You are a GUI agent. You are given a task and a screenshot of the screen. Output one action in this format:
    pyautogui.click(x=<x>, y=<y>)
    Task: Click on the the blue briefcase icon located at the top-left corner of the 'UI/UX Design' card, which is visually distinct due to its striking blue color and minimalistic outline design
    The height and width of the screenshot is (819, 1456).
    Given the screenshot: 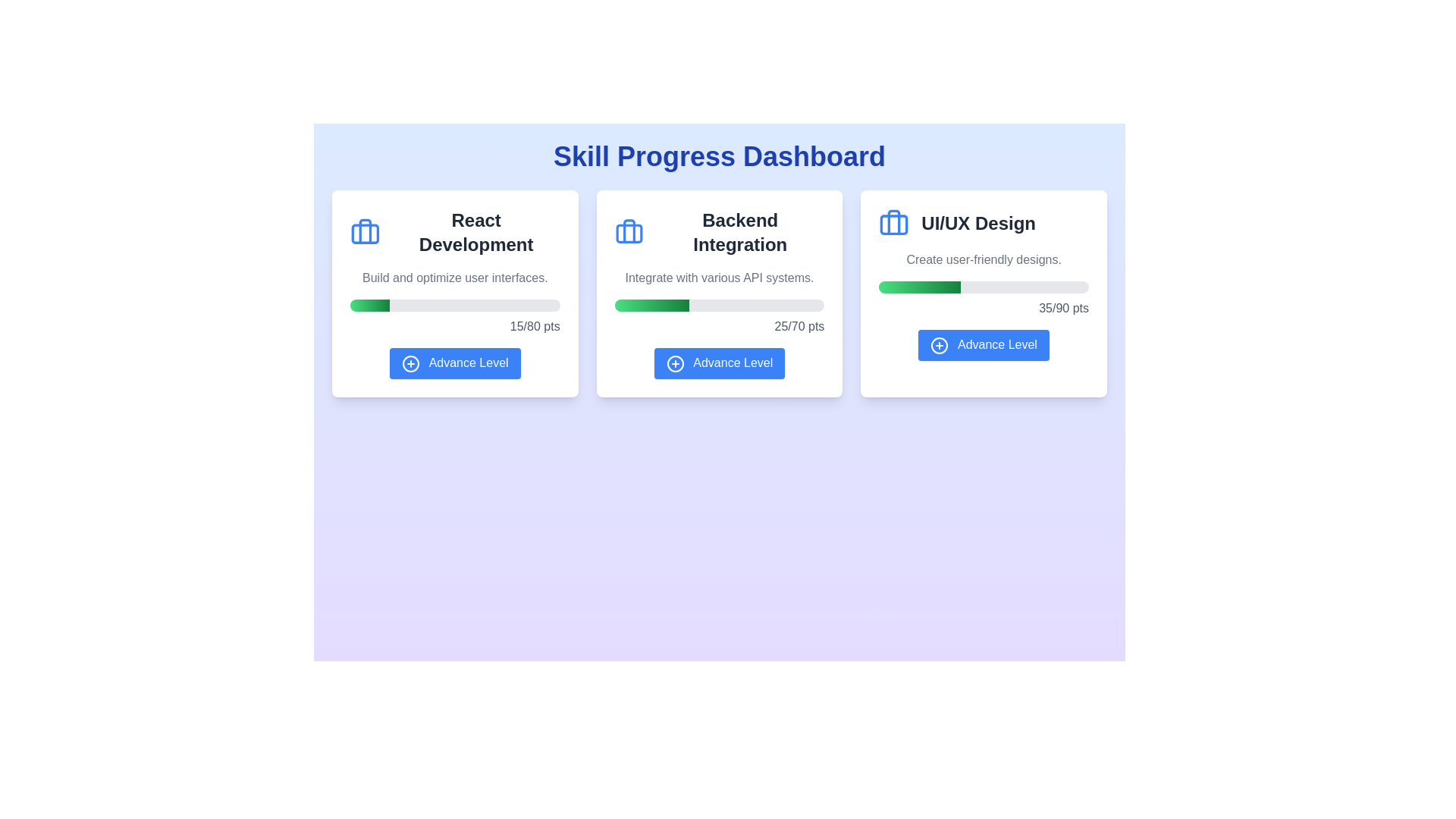 What is the action you would take?
    pyautogui.click(x=894, y=223)
    